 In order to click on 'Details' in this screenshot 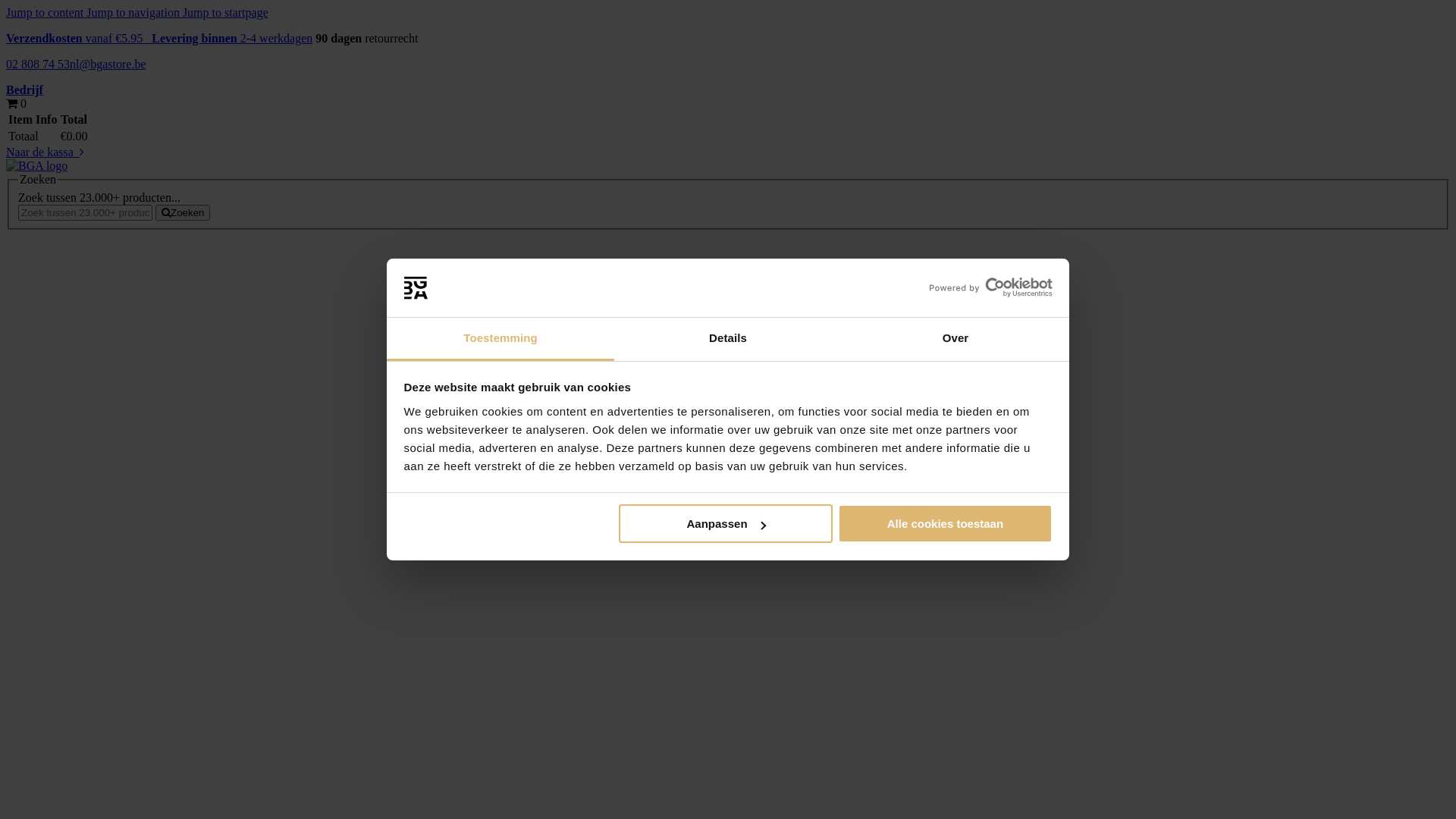, I will do `click(728, 338)`.